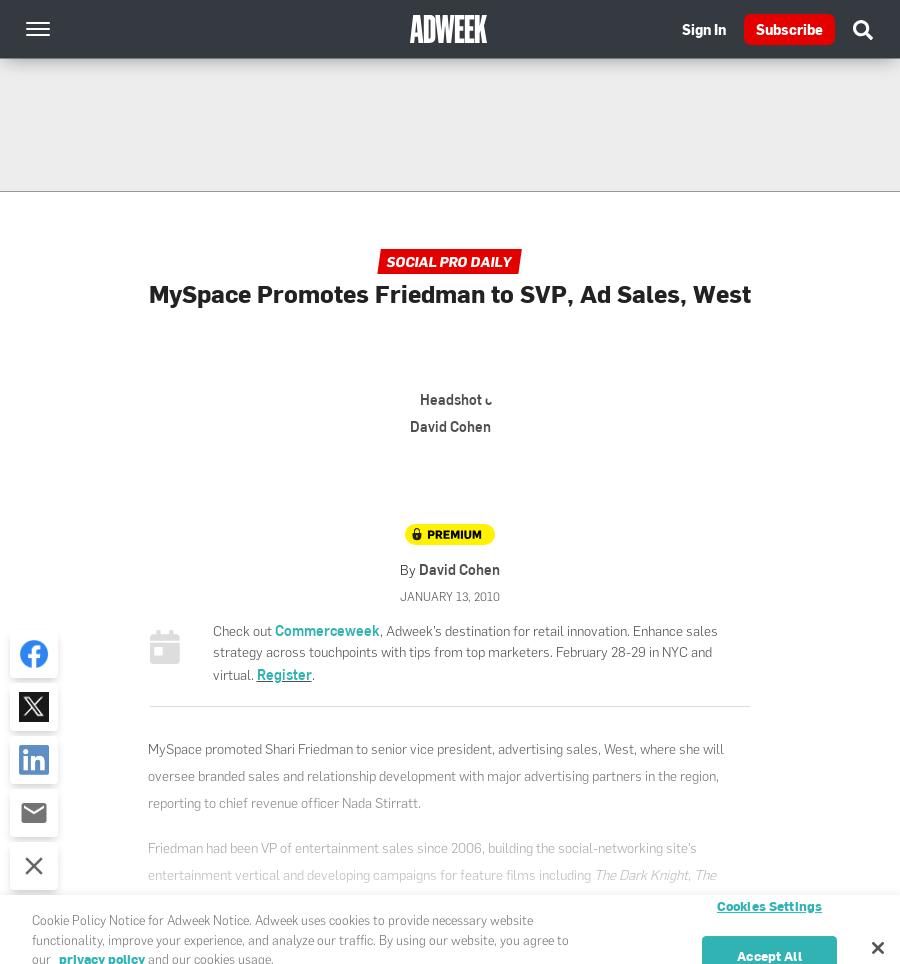  Describe the element at coordinates (212, 652) in the screenshot. I see `', Adweek’s destination for retail innovation. Enhance sales strategy across touchpoints with tips from top marketers. February 28-29 in NYC and virtual.'` at that location.